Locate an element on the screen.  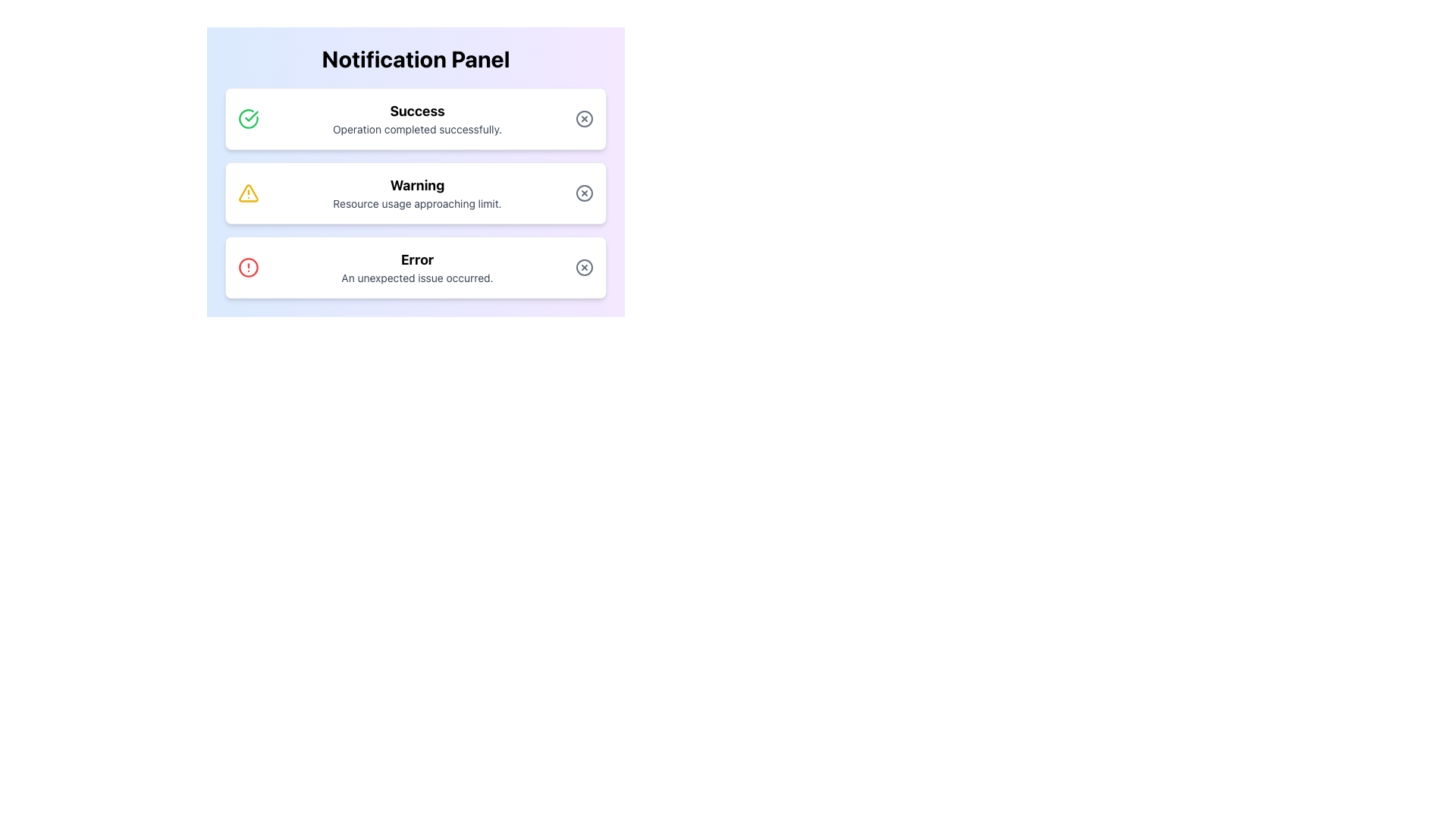
the graphical circle element representing the close button in the 'Success' notification entry to potentially display a tooltip is located at coordinates (584, 118).